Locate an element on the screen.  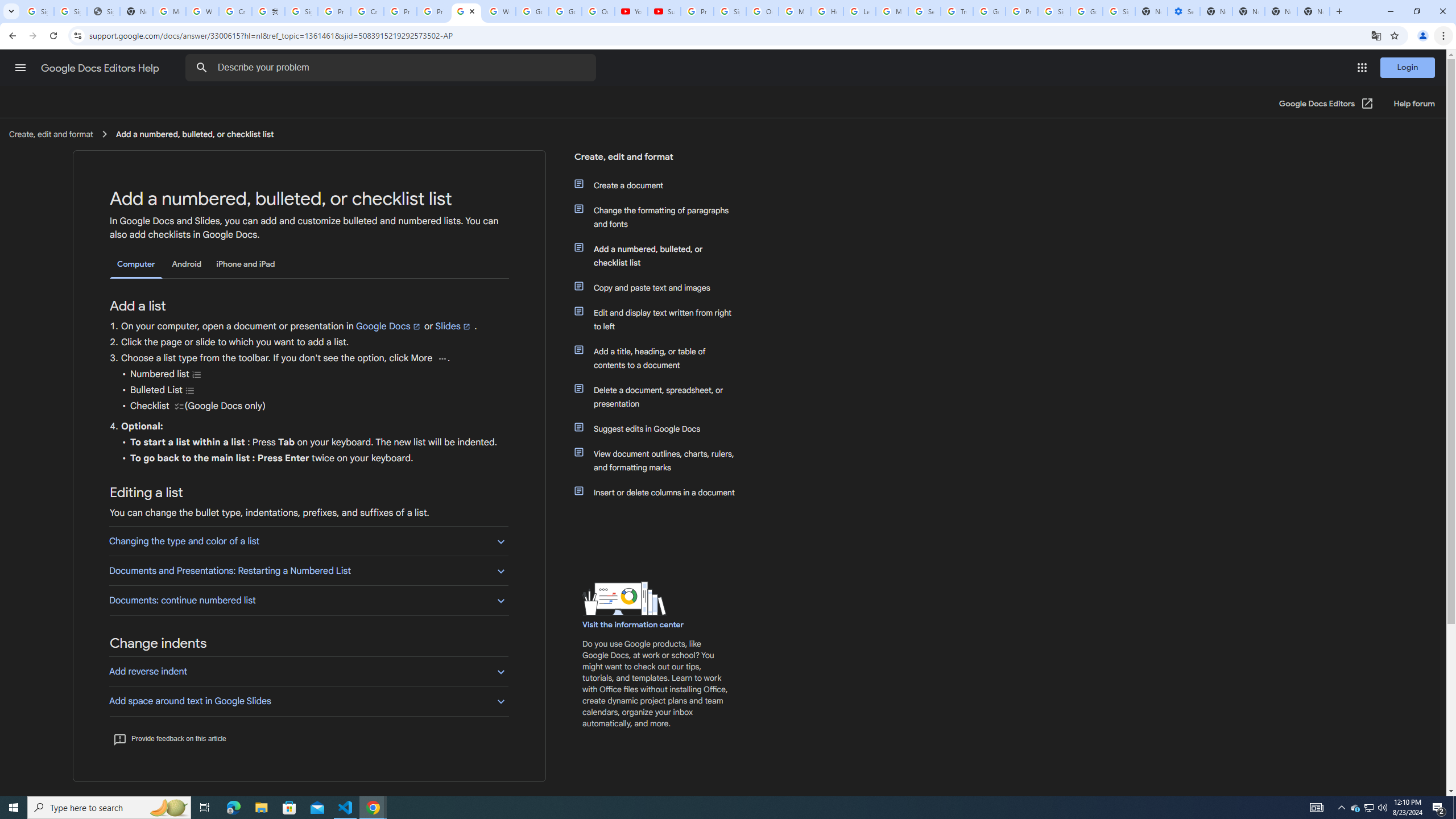
'Documents: continue numbered list' is located at coordinates (308, 599).